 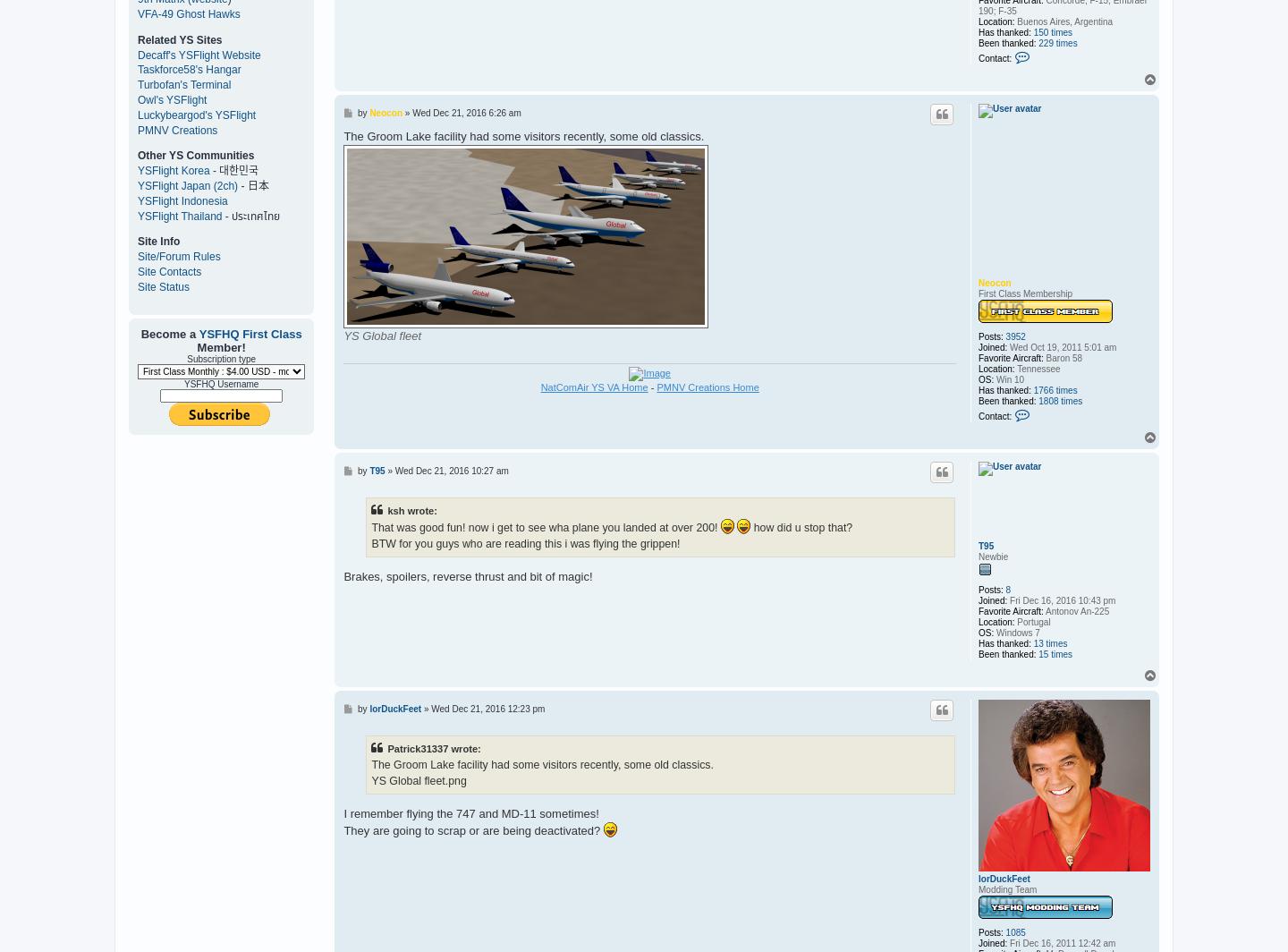 What do you see at coordinates (470, 812) in the screenshot?
I see `'I remember flying the 747 and MD-11 sometimes!'` at bounding box center [470, 812].